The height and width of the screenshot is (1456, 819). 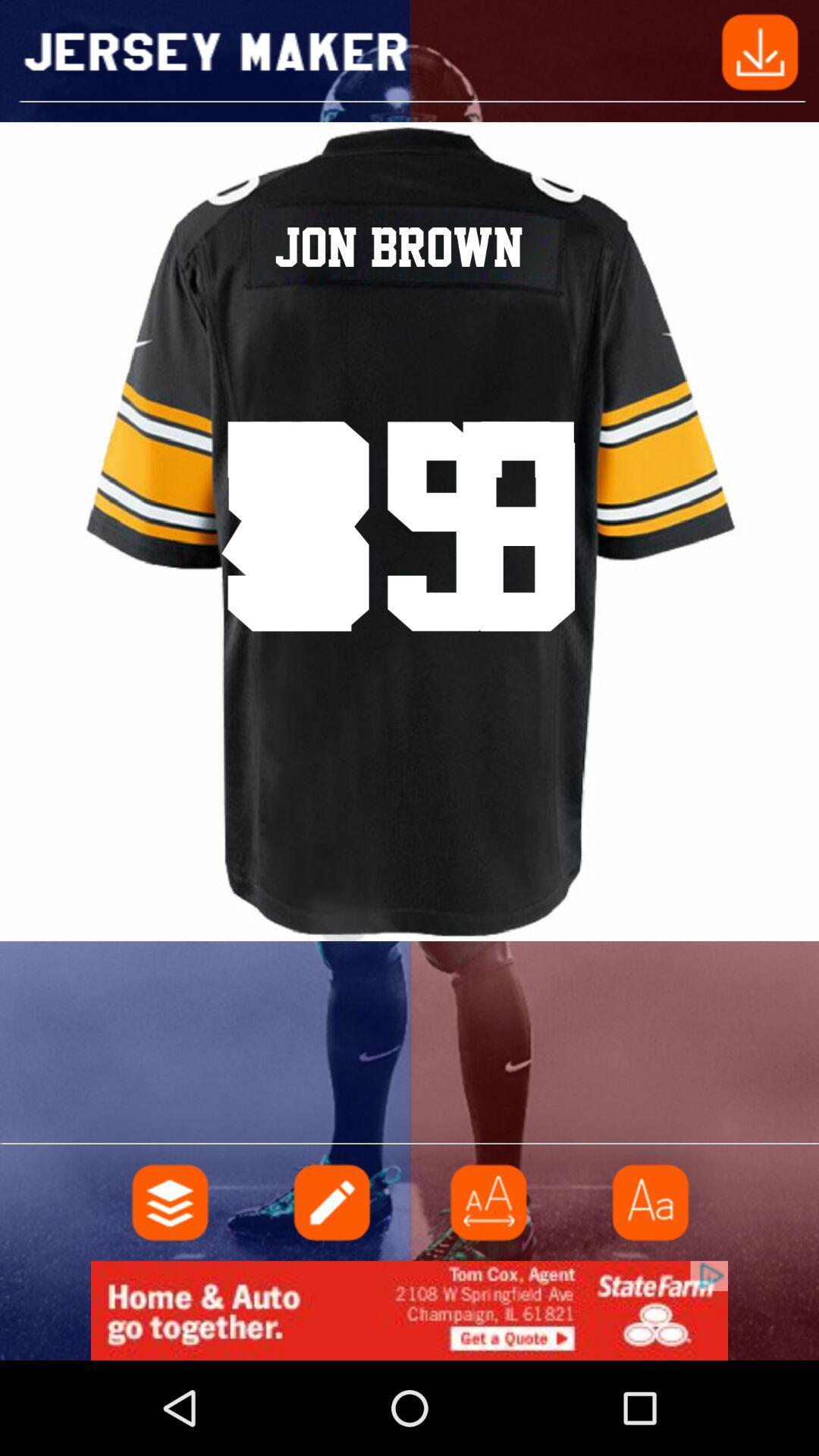 I want to click on open advertisement, so click(x=409, y=1310).